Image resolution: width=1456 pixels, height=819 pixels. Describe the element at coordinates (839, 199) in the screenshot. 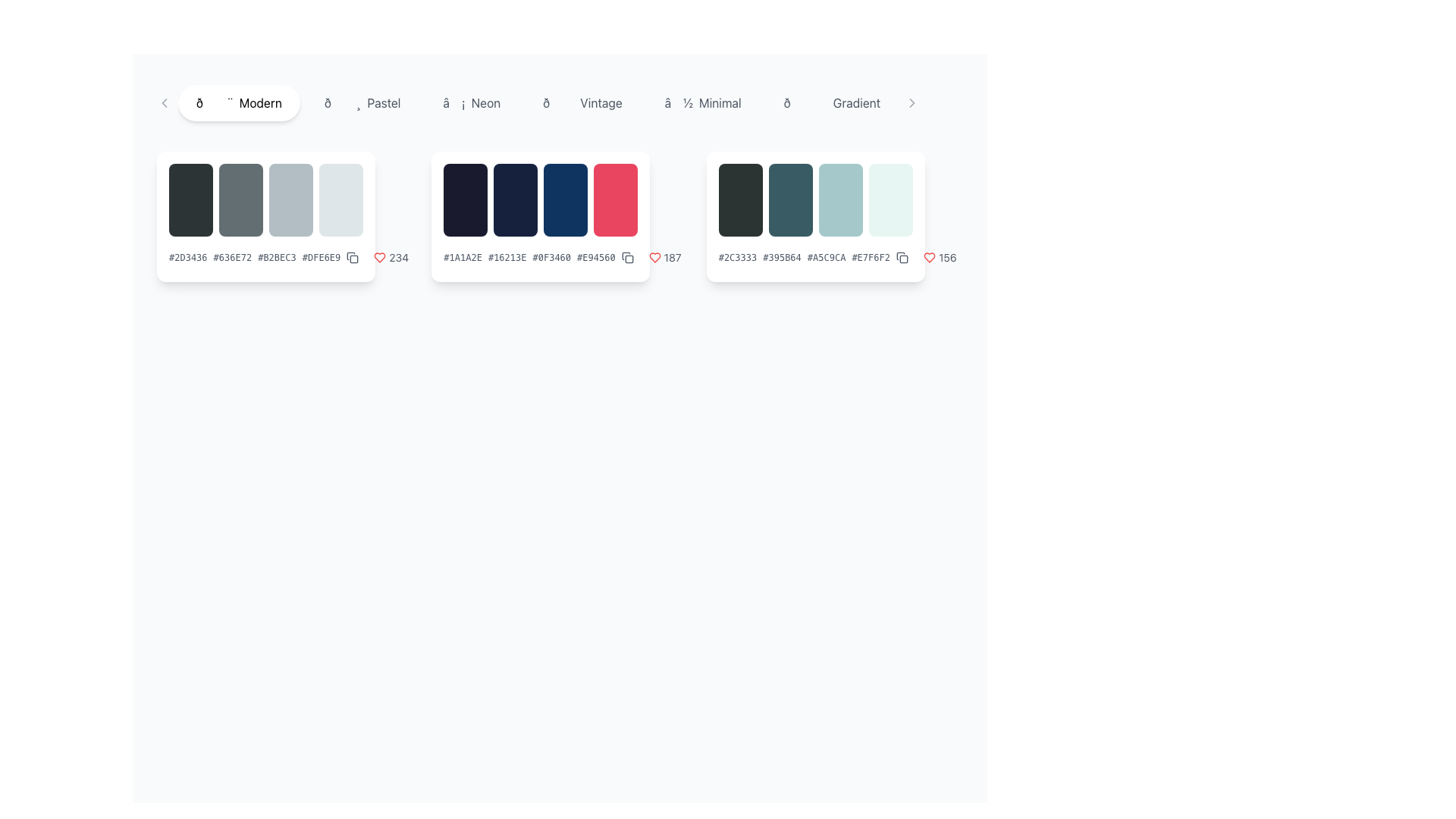

I see `the pale cyan color swatch with rounded corners, which is the third element among four in a horizontally arranged group` at that location.